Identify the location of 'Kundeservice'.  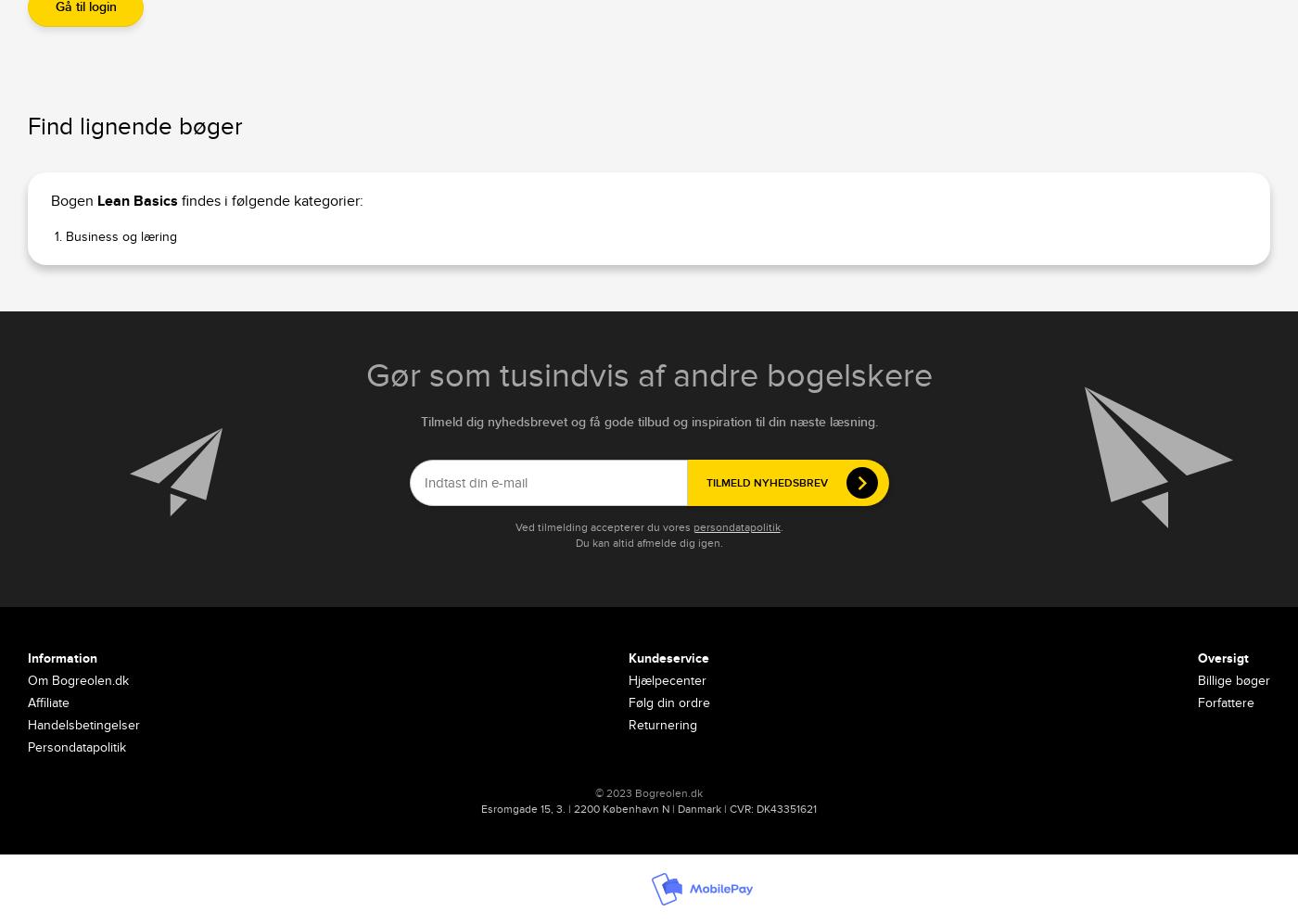
(667, 656).